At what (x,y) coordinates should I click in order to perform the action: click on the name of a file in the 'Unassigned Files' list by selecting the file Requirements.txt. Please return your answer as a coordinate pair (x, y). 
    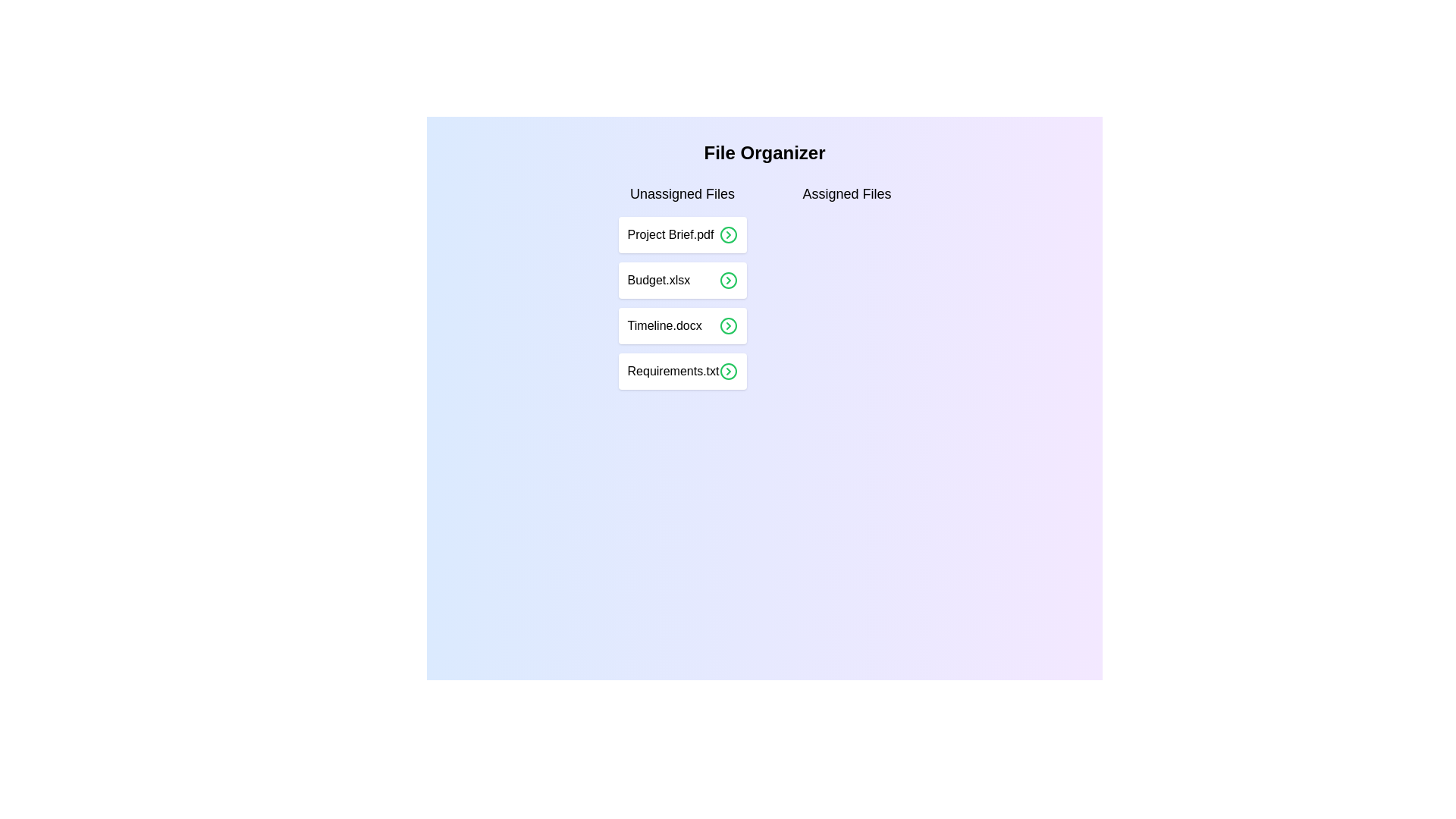
    Looking at the image, I should click on (682, 371).